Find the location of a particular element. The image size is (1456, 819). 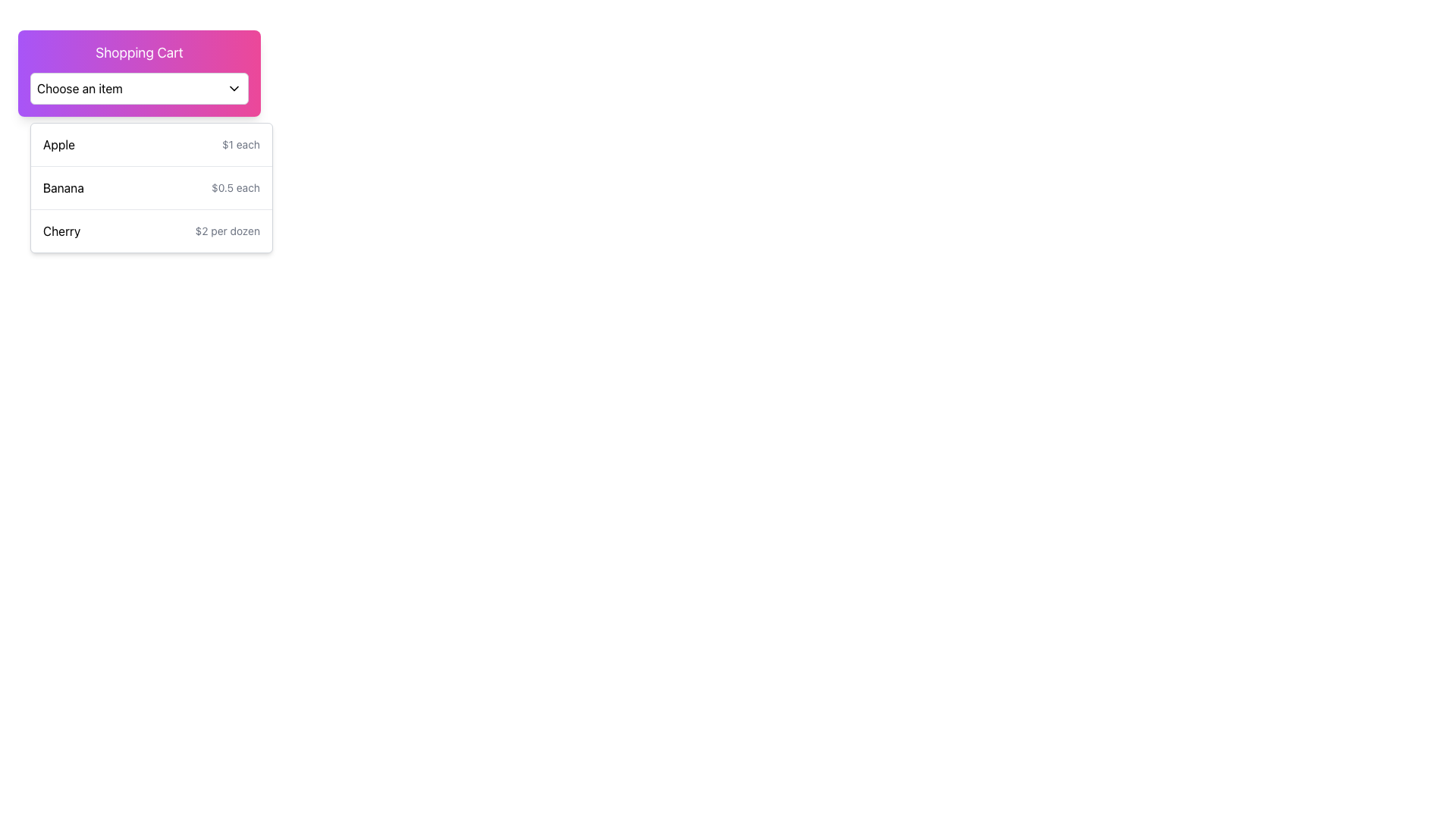

the dropdown menu labeled 'Choose an item' is located at coordinates (139, 88).